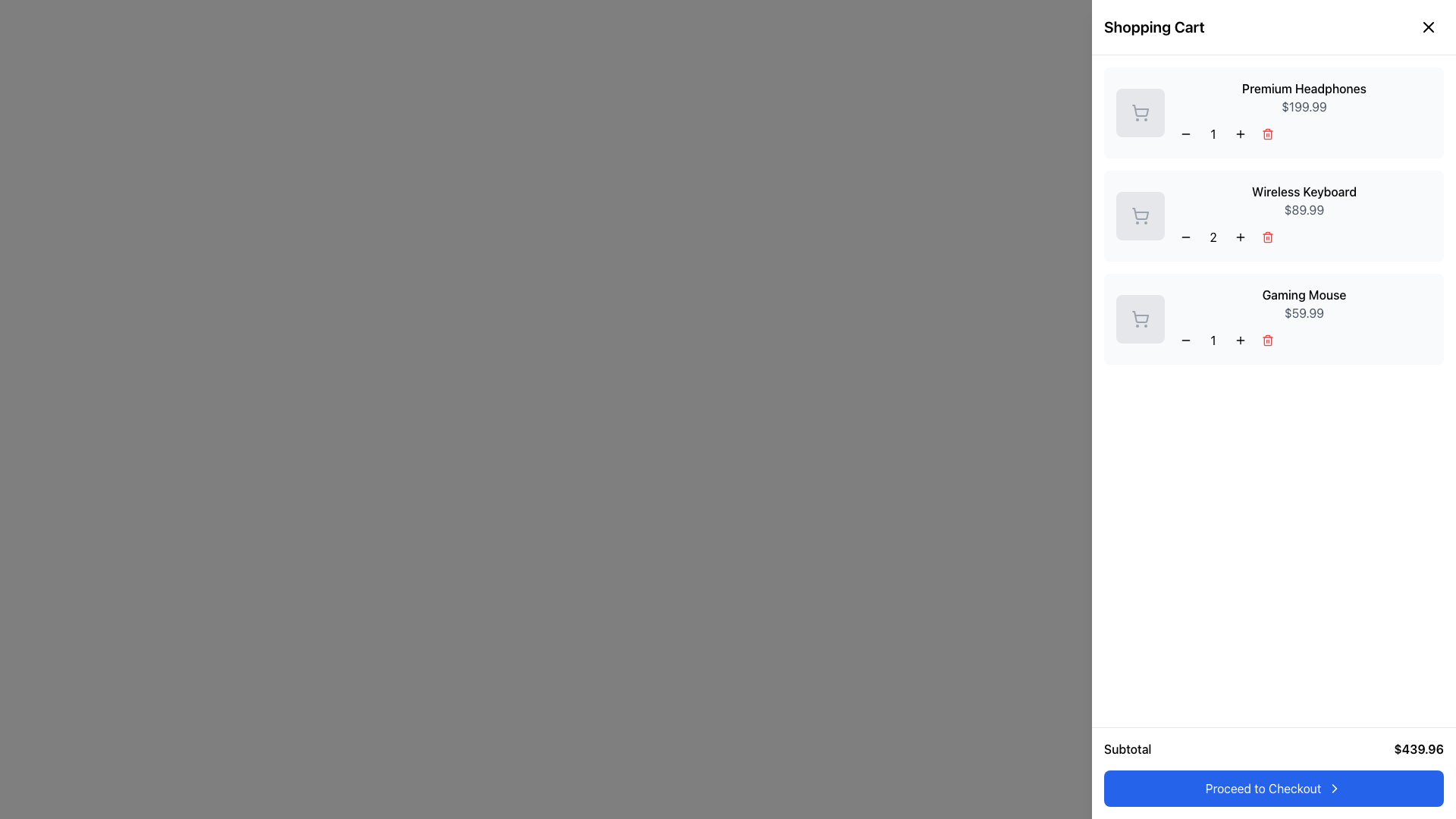  Describe the element at coordinates (1303, 210) in the screenshot. I see `the static text label displaying the price '$89.99' located beneath the product title 'Wireless Keyboard' in the shopping cart UI` at that location.